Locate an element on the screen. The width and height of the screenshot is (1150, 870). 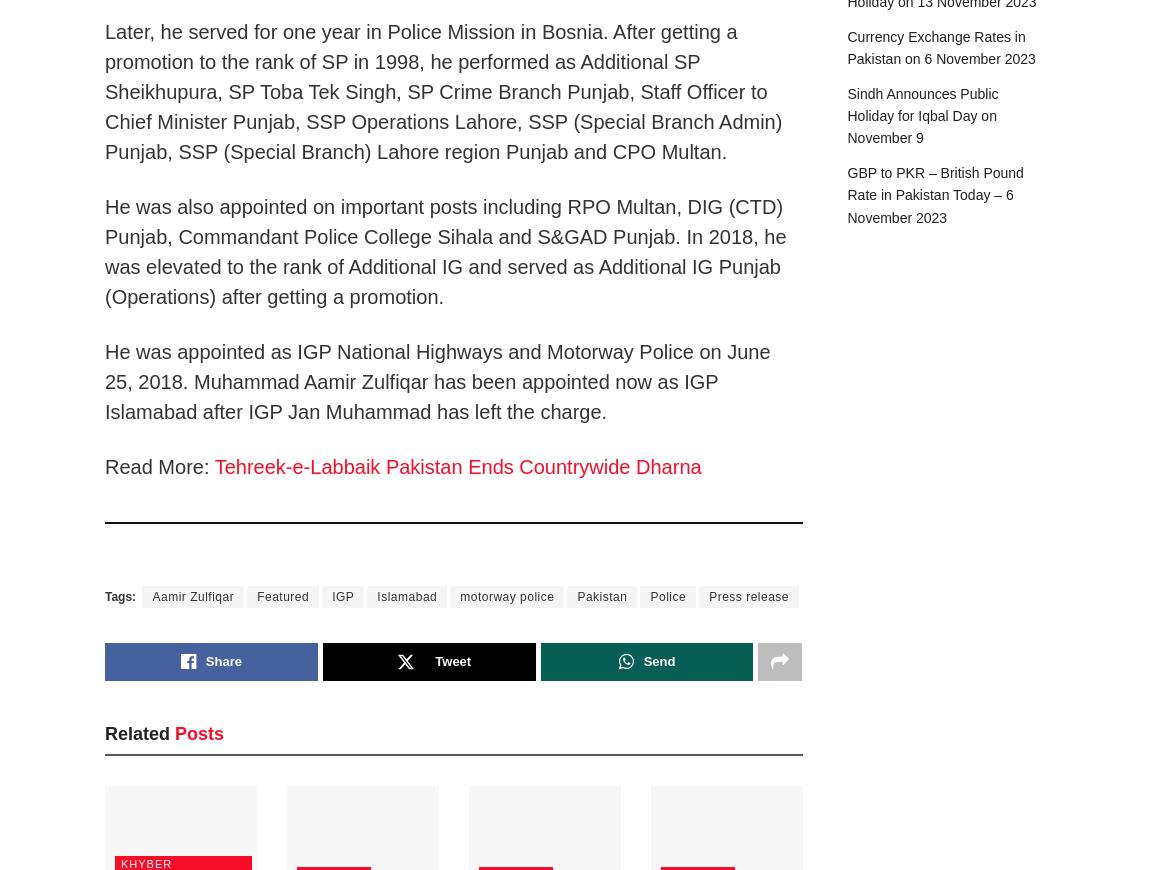
'Send' is located at coordinates (657, 660).